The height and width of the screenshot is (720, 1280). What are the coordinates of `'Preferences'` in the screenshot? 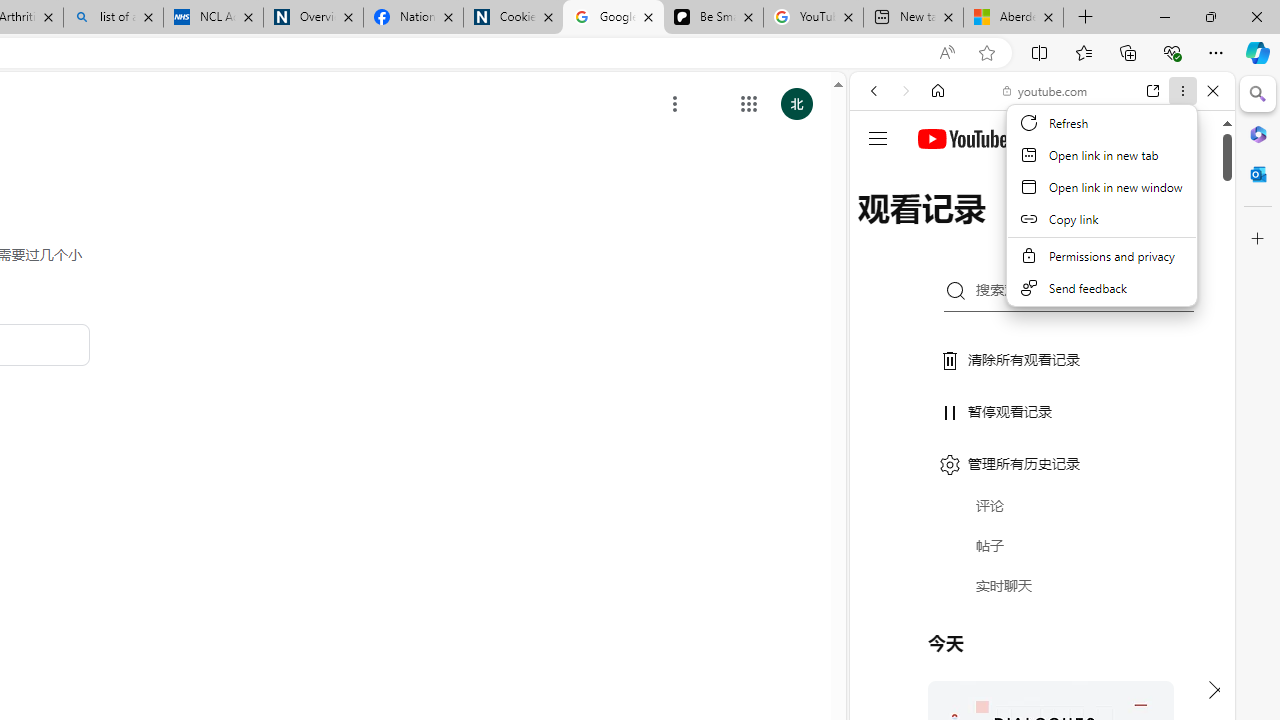 It's located at (1189, 227).